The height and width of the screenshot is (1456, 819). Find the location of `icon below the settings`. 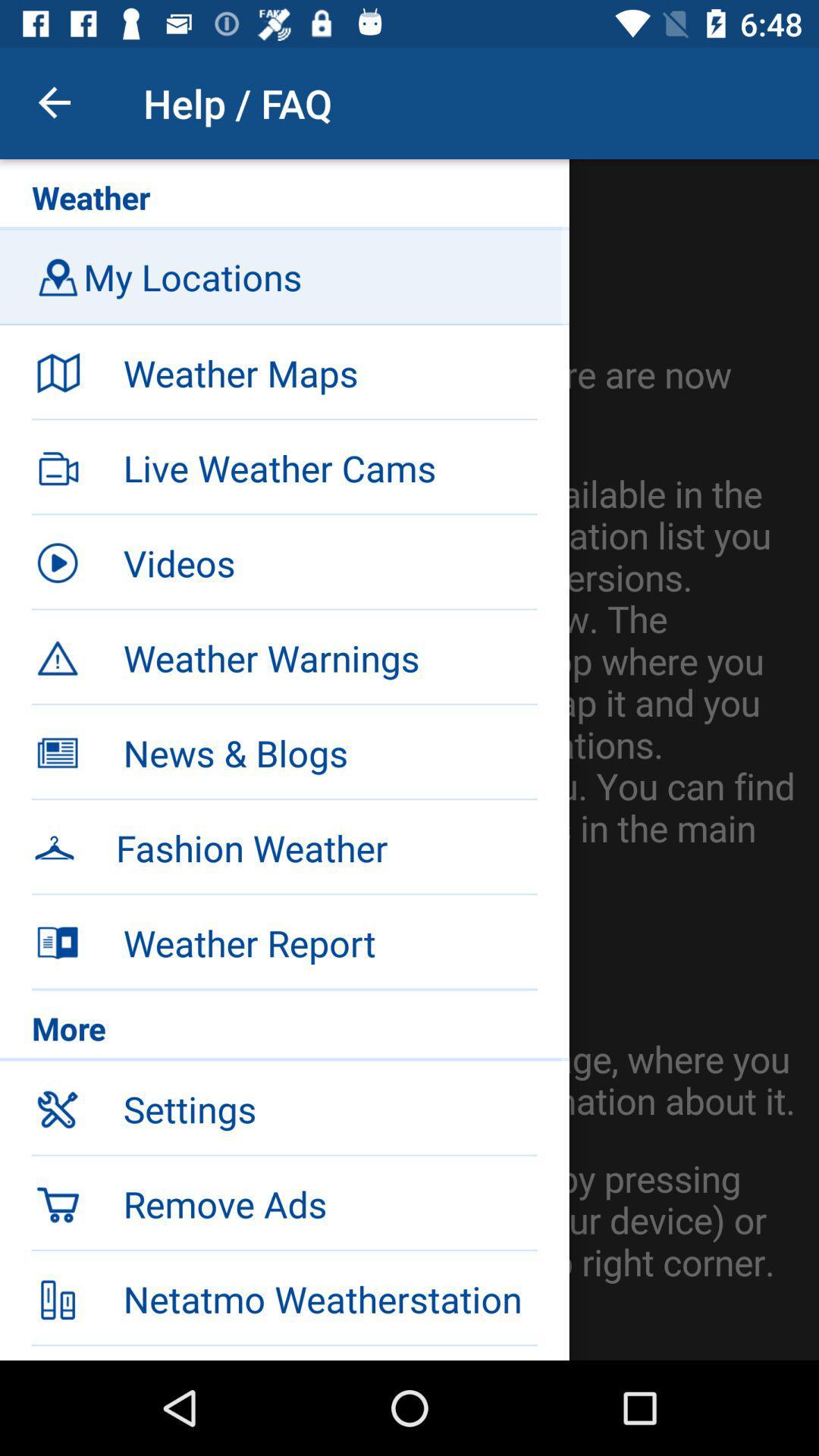

icon below the settings is located at coordinates (329, 1203).